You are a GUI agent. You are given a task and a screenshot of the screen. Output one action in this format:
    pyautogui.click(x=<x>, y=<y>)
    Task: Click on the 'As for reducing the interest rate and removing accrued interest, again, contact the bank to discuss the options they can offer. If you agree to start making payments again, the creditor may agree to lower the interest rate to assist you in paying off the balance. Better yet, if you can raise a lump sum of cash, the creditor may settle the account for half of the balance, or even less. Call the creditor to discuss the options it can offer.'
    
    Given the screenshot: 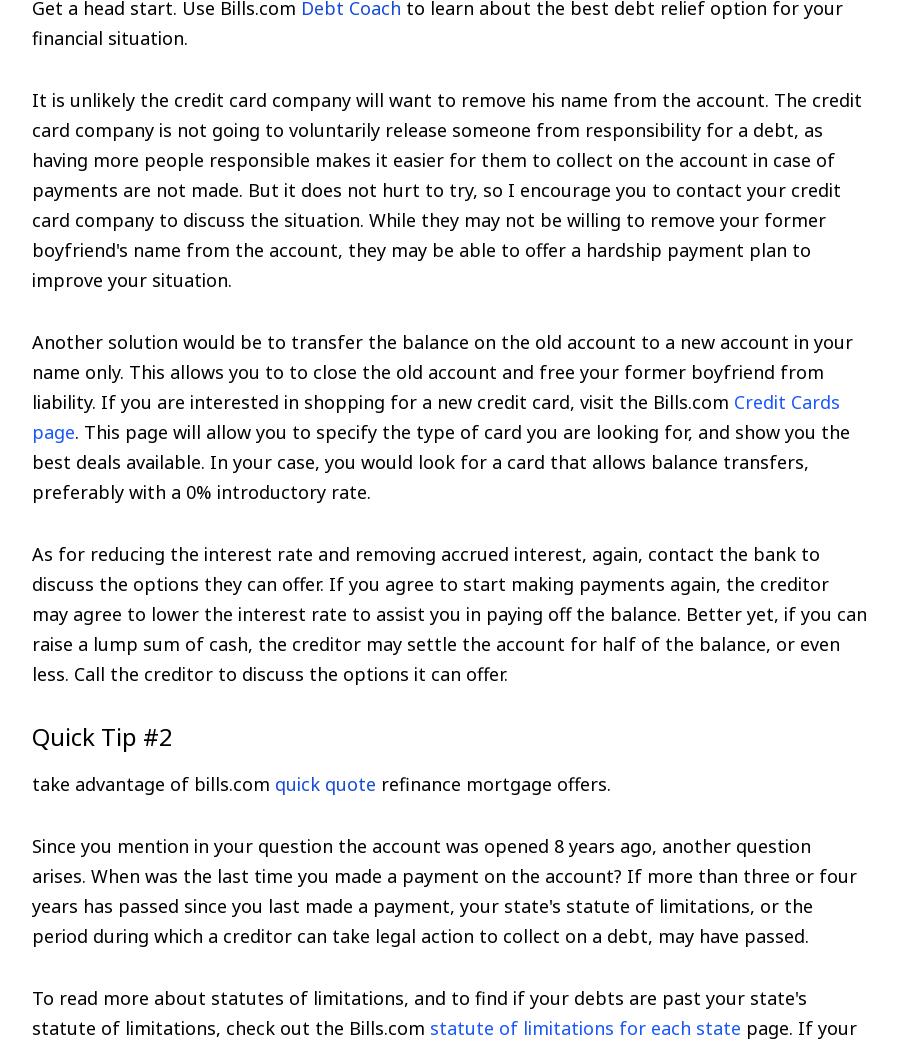 What is the action you would take?
    pyautogui.click(x=449, y=612)
    